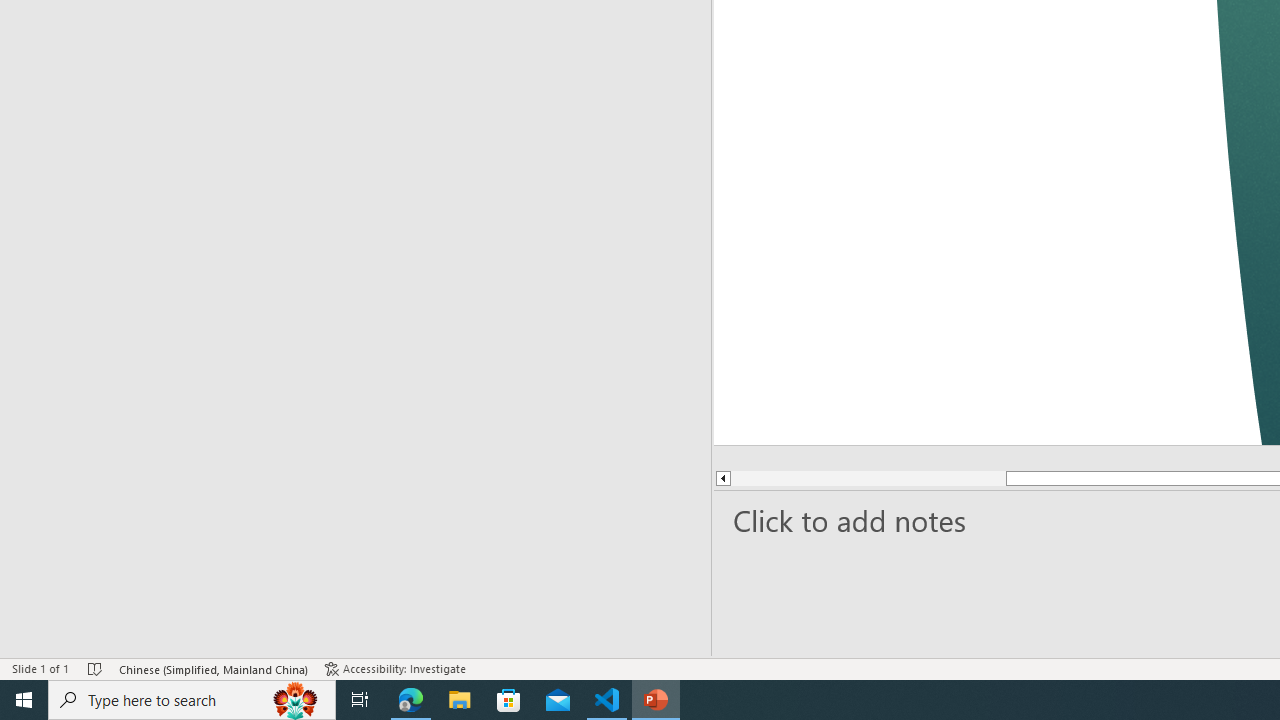  What do you see at coordinates (868, 478) in the screenshot?
I see `'Page up'` at bounding box center [868, 478].